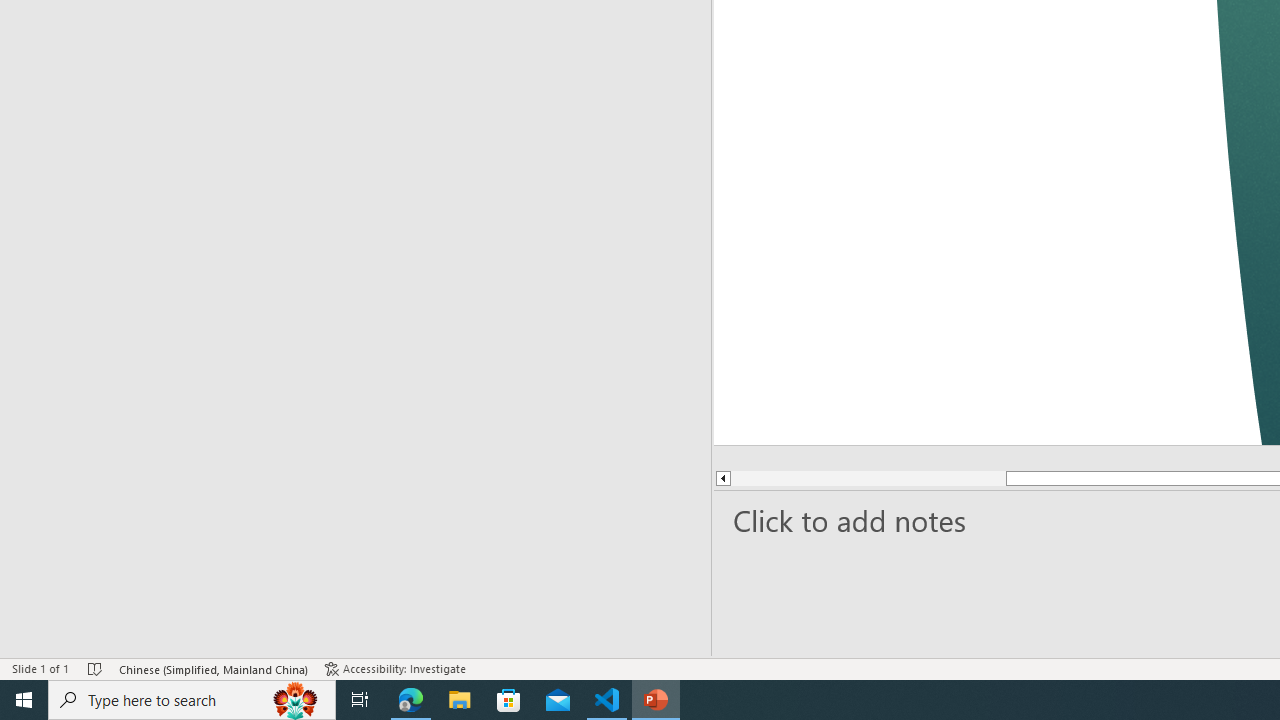  What do you see at coordinates (868, 478) in the screenshot?
I see `'Page up'` at bounding box center [868, 478].